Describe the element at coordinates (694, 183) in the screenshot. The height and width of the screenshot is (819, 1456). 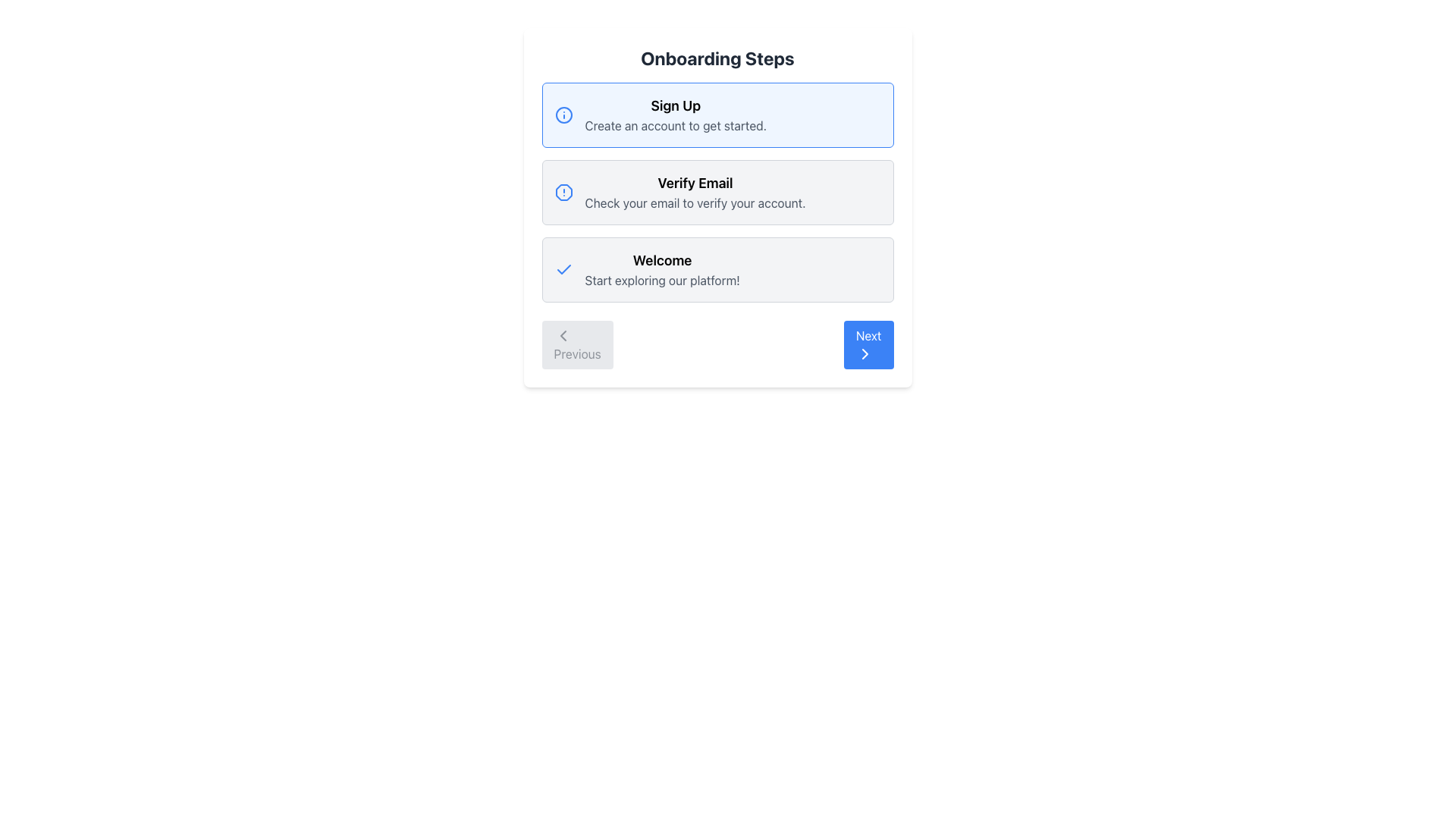
I see `the onboarding steps text label, which indicates the current step in the onboarding process, located at the top-center of the middle card in a vertical stack of three cards` at that location.